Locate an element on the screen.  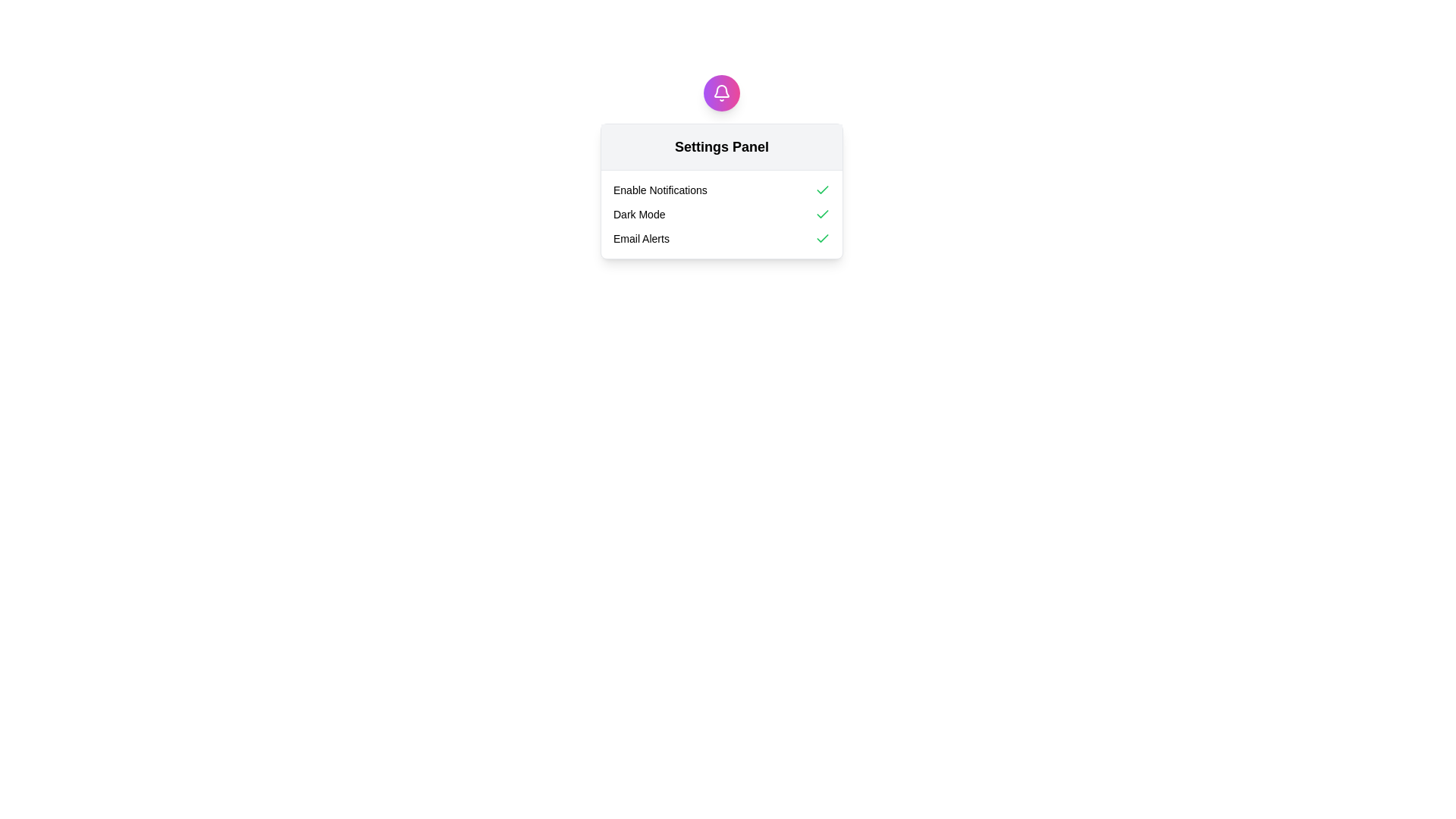
the checkmark icon with a green outline, which is positioned to the right of the 'Enable Notifications' text is located at coordinates (821, 189).